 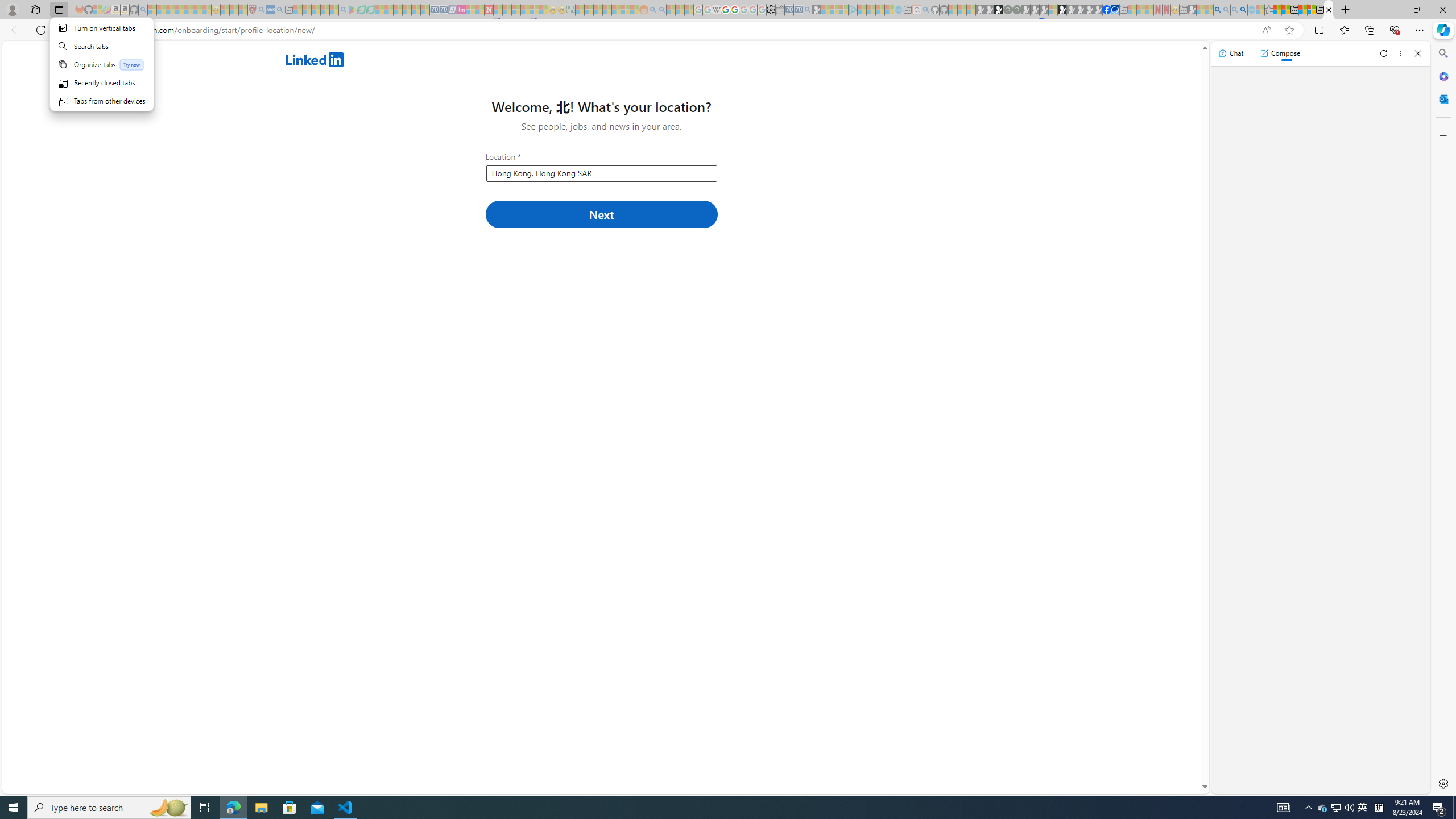 I want to click on 'Kinda Frugal - MSN - Sleeping', so click(x=617, y=9).